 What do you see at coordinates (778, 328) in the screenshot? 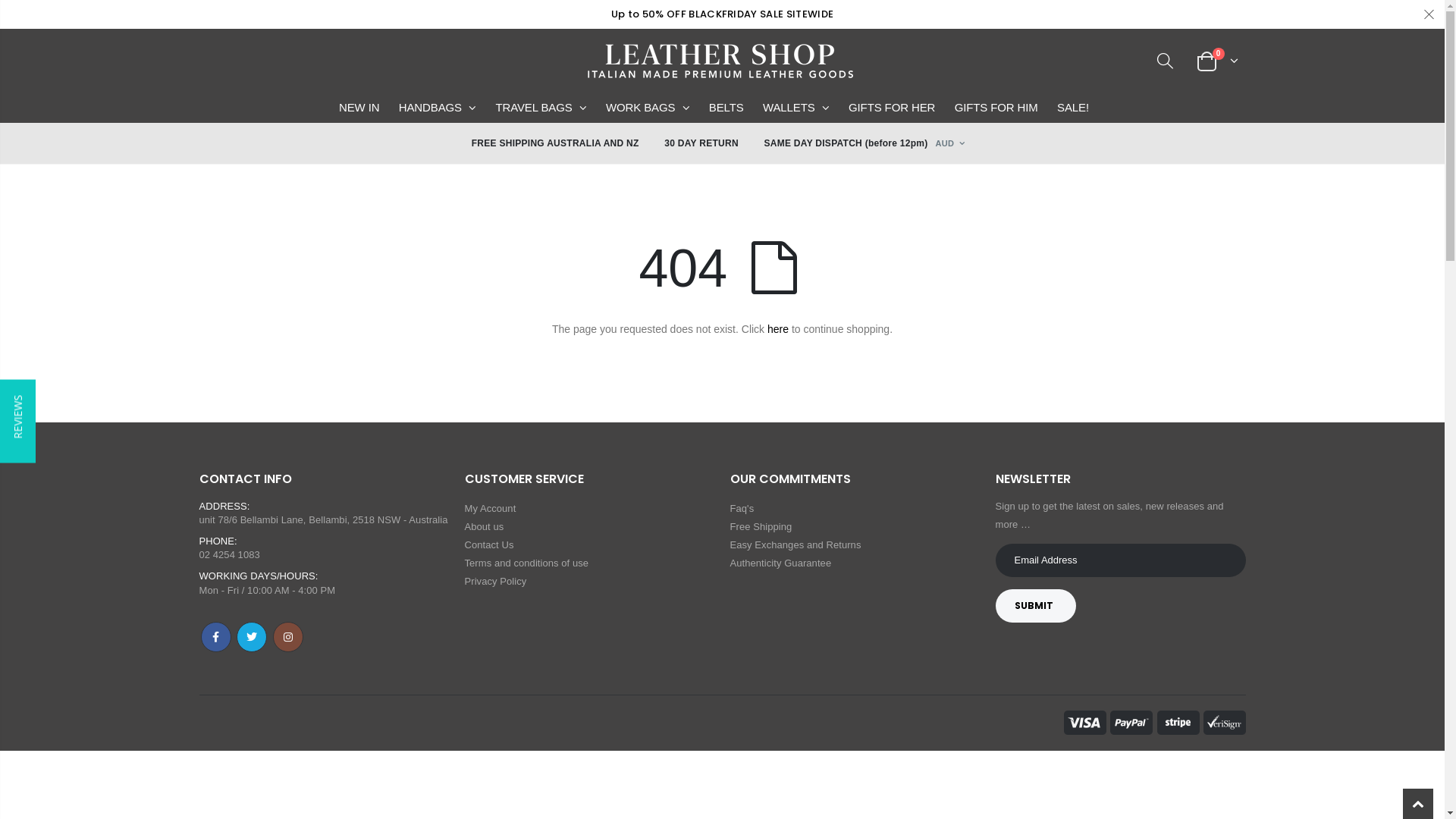
I see `'here'` at bounding box center [778, 328].